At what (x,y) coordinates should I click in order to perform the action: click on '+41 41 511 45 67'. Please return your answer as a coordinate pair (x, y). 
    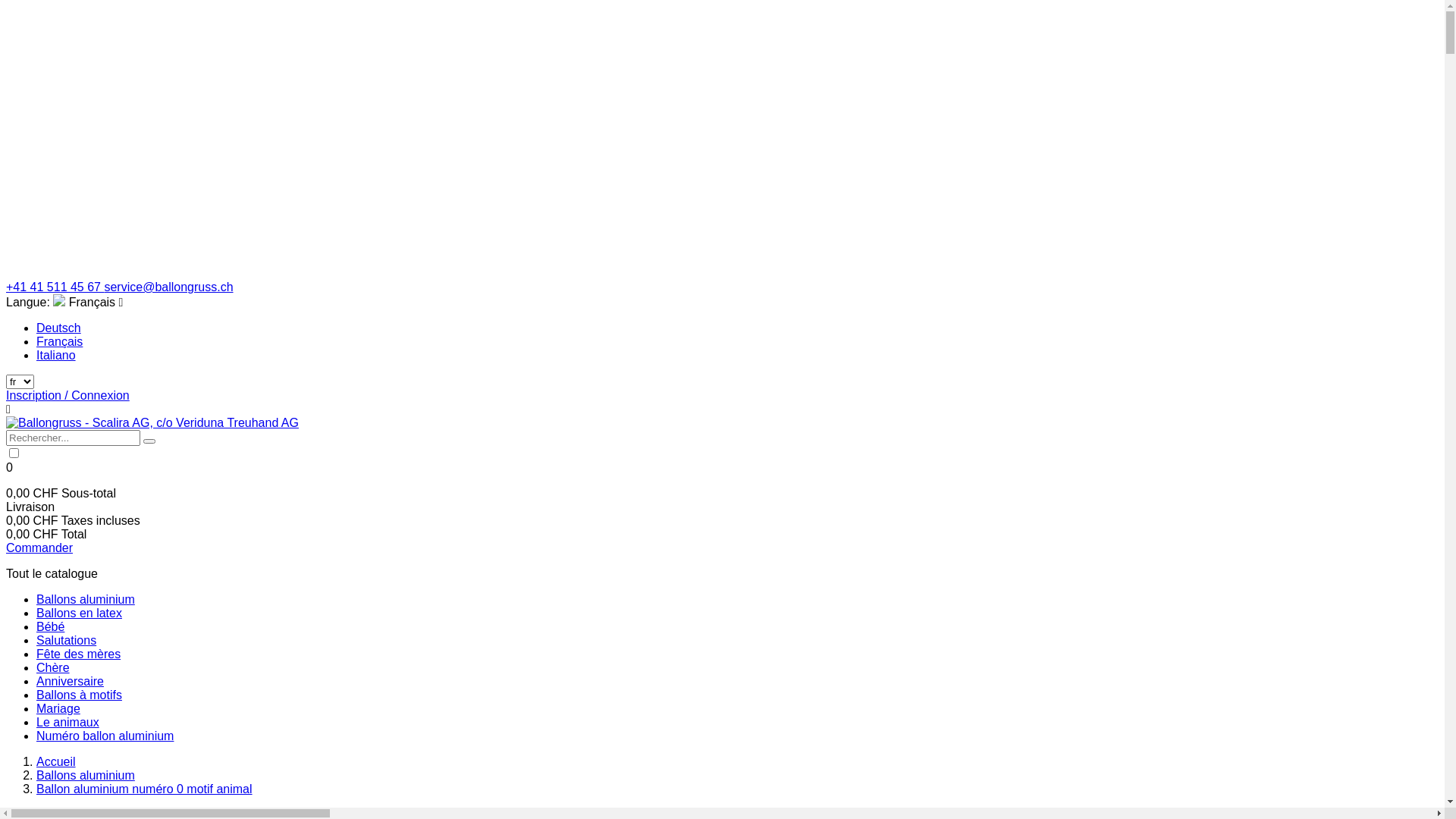
    Looking at the image, I should click on (55, 287).